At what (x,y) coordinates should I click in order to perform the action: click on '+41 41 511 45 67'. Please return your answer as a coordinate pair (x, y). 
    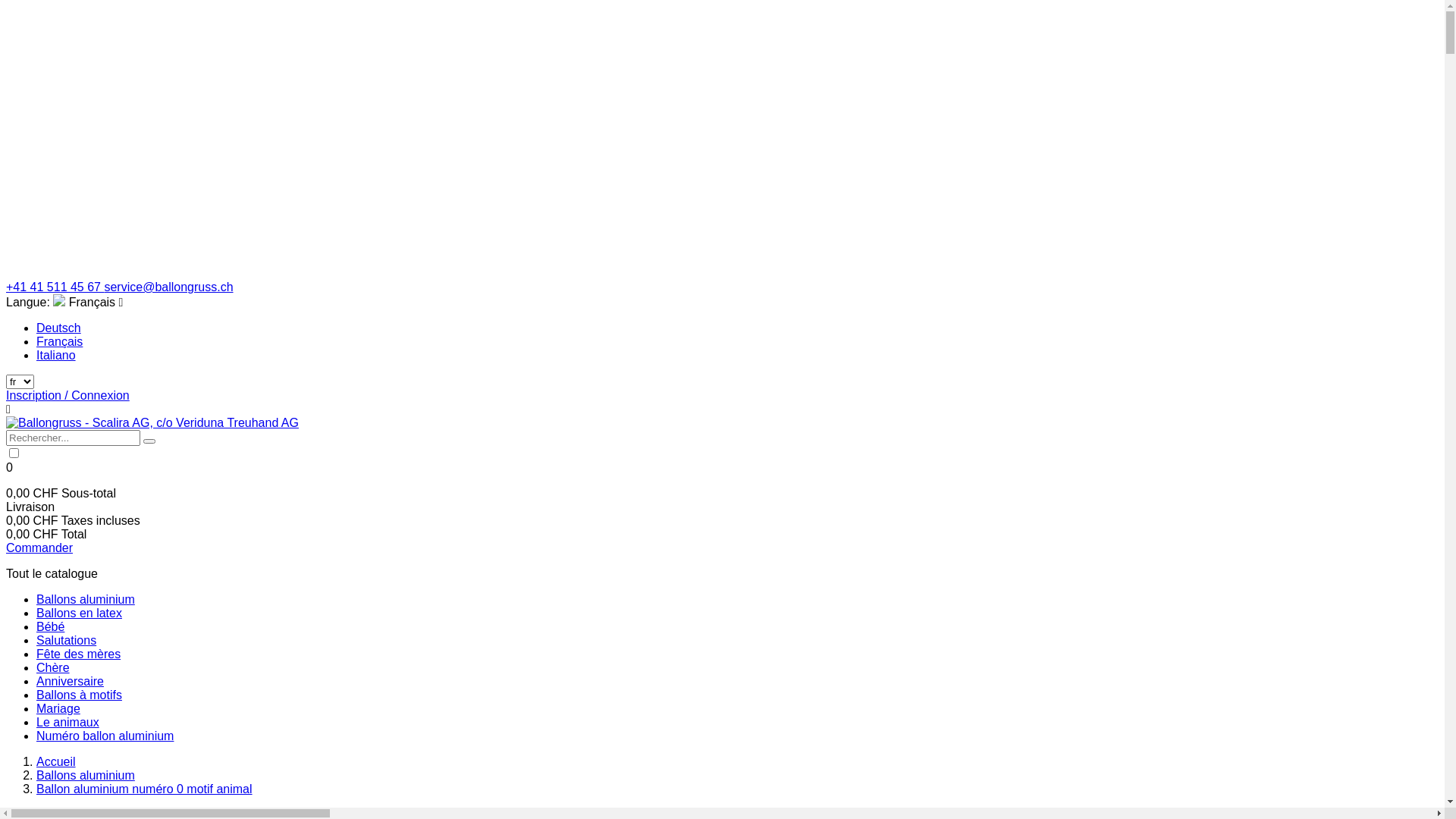
    Looking at the image, I should click on (55, 287).